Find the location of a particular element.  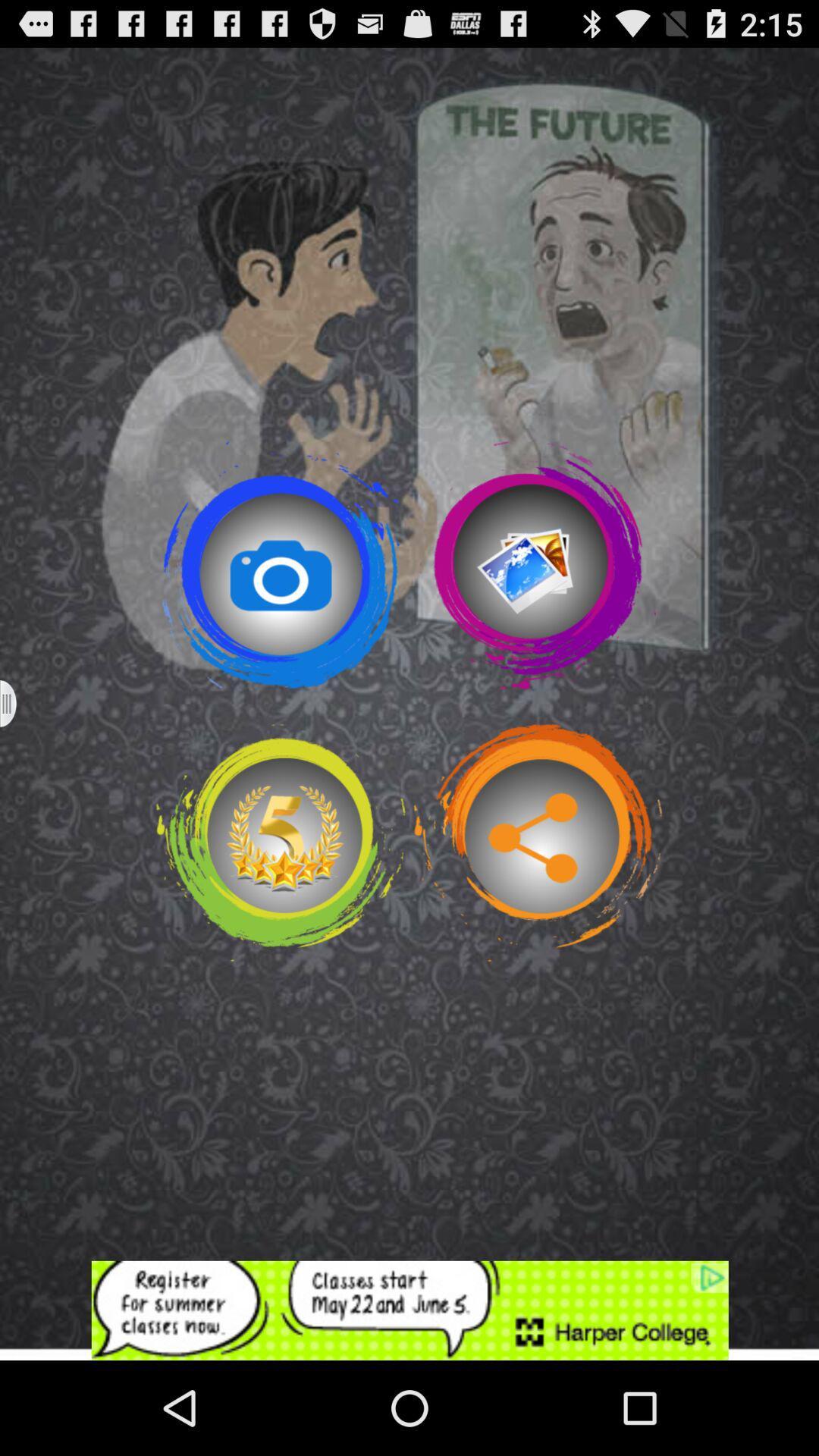

advertisement is located at coordinates (409, 1310).